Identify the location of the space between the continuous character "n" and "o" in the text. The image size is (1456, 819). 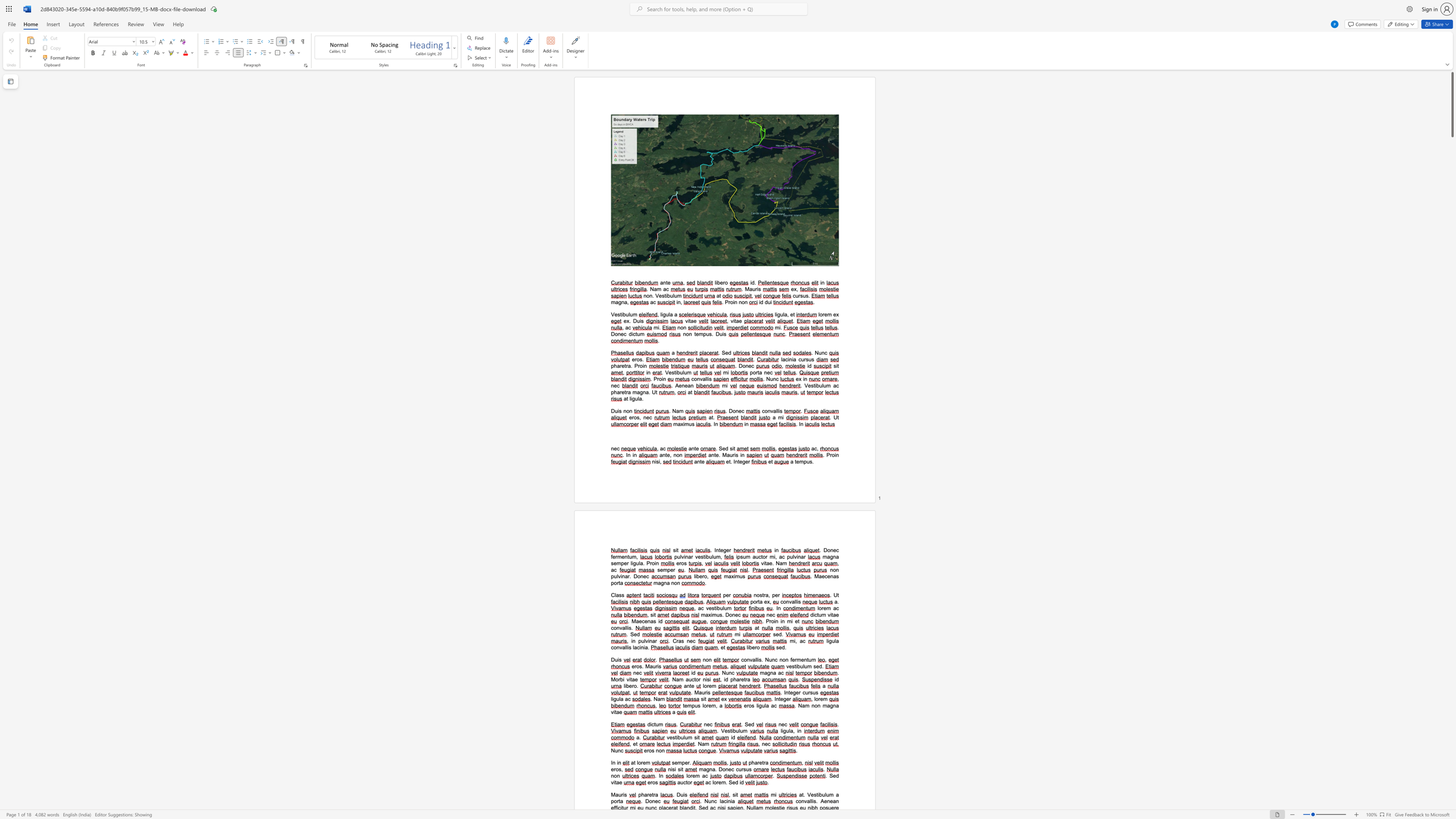
(814, 705).